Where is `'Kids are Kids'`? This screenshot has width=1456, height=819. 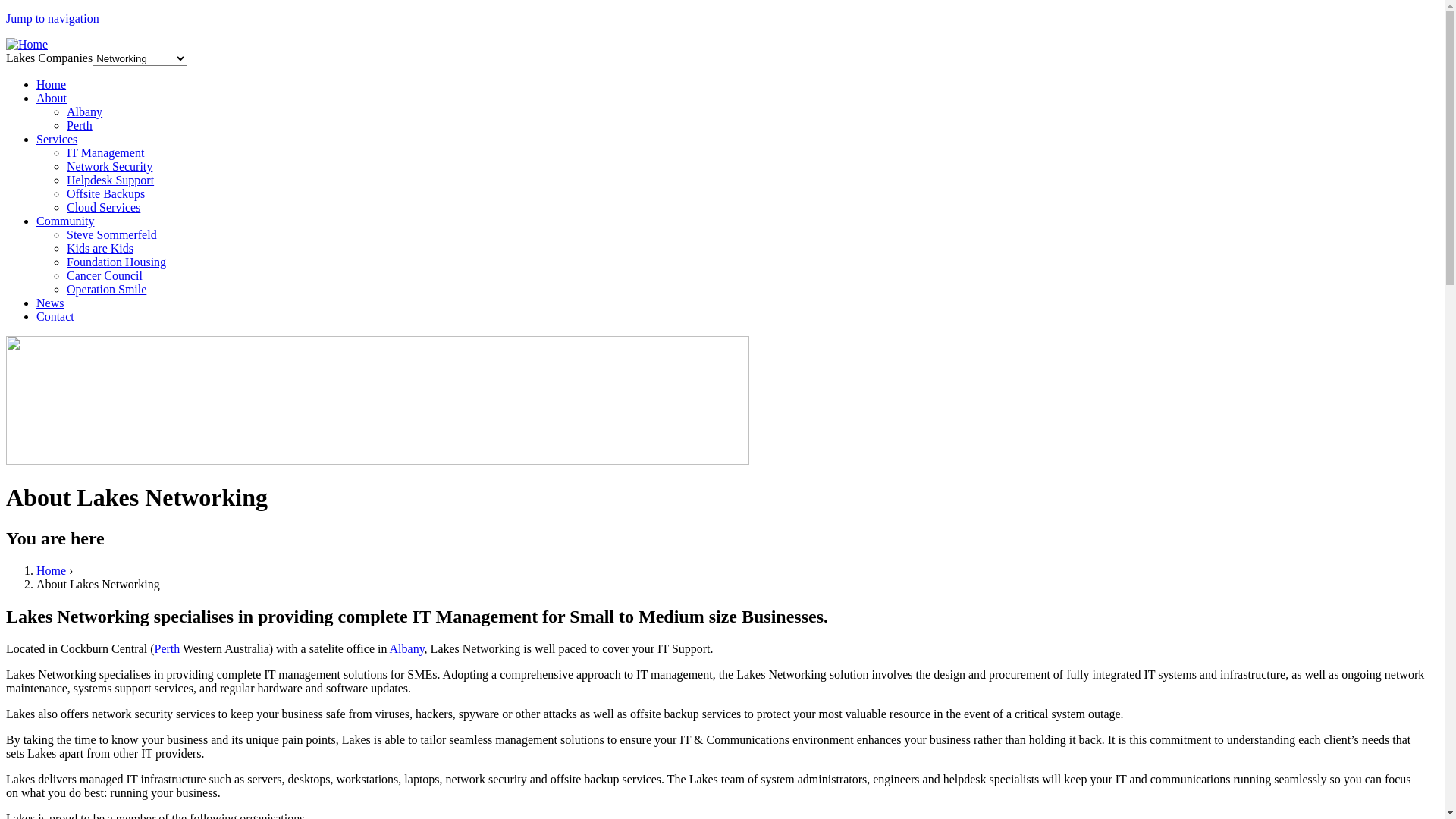 'Kids are Kids' is located at coordinates (99, 247).